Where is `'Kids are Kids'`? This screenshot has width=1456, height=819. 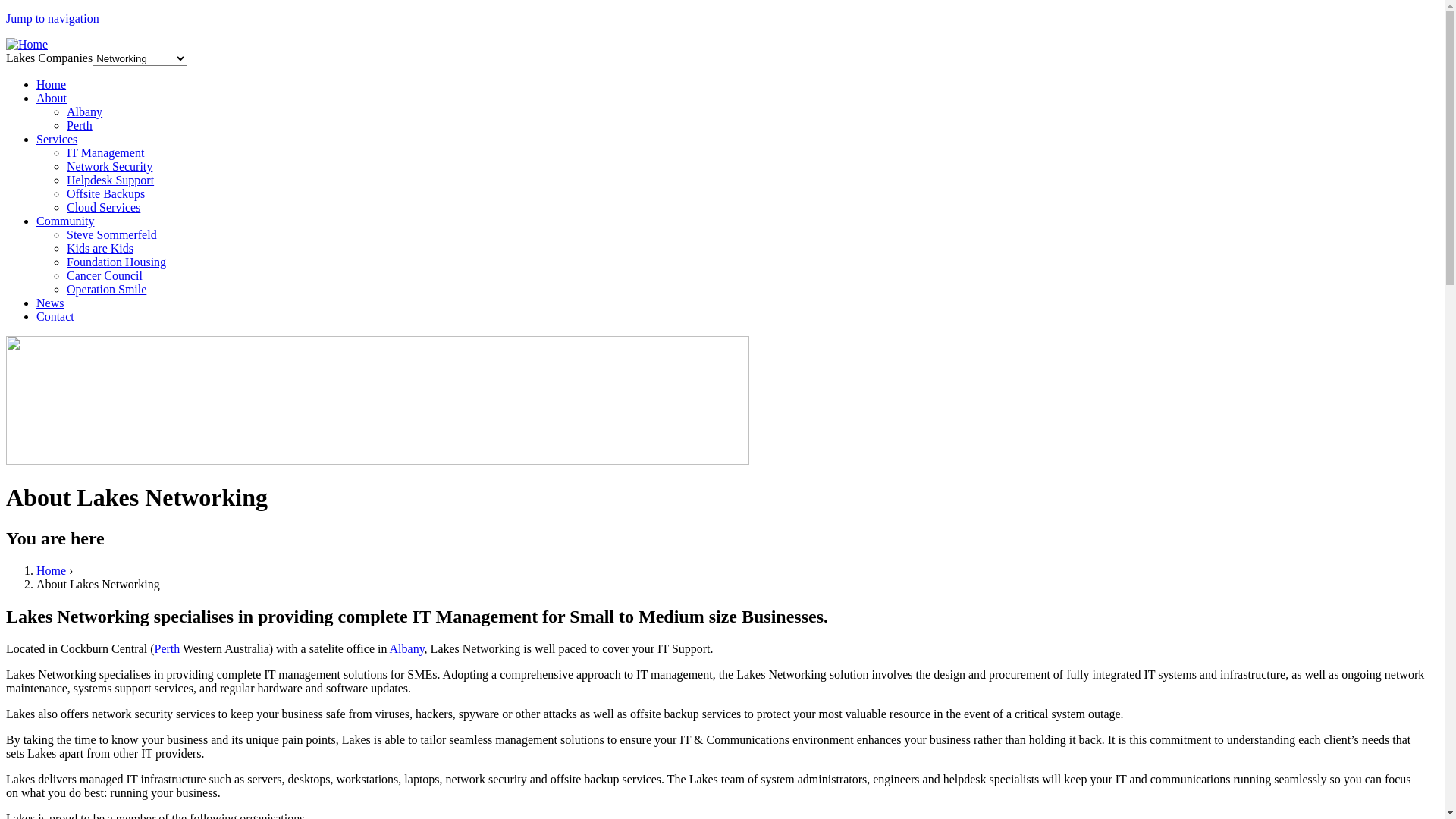 'Kids are Kids' is located at coordinates (99, 247).